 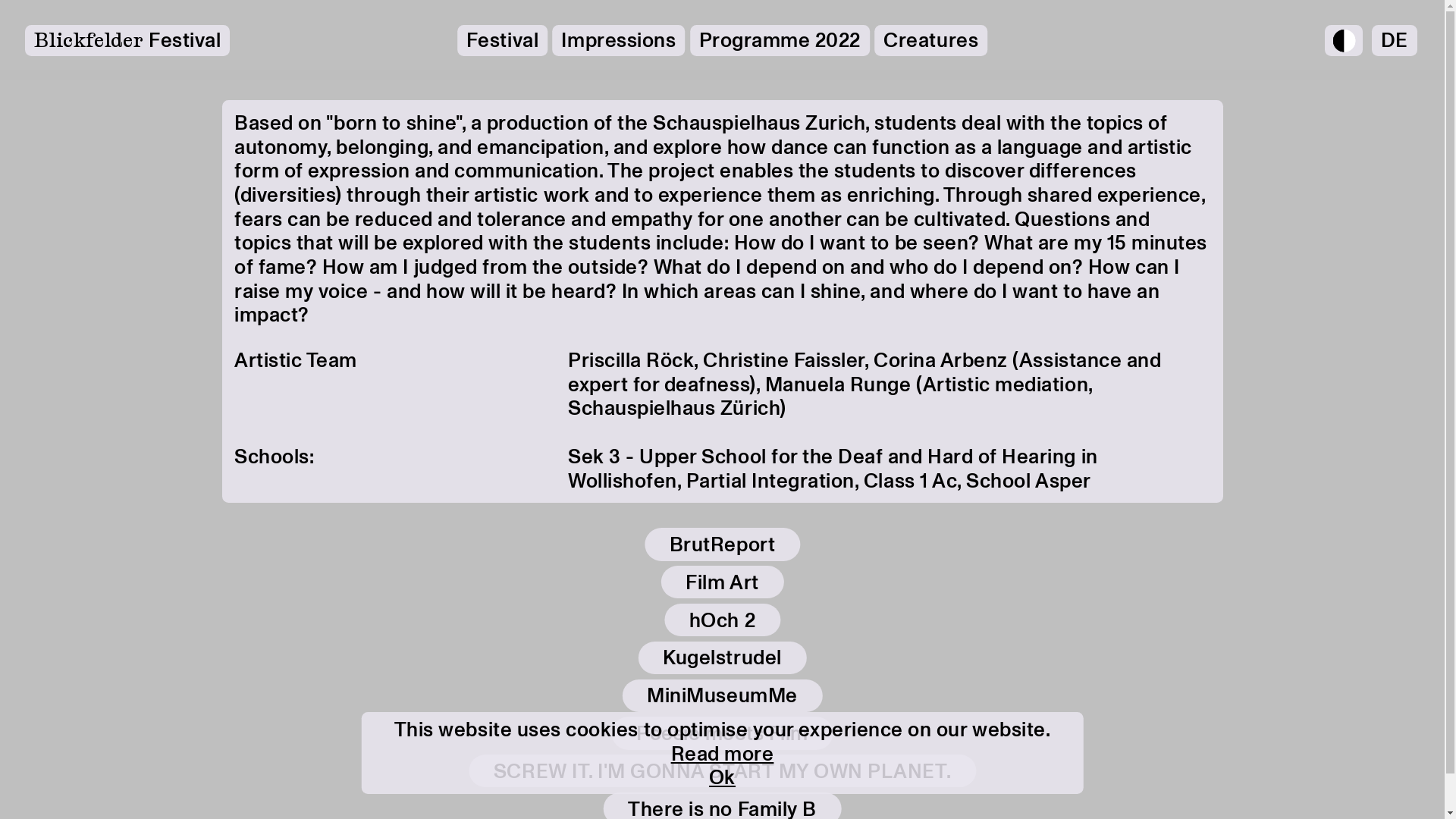 I want to click on 'DE', so click(x=1394, y=39).